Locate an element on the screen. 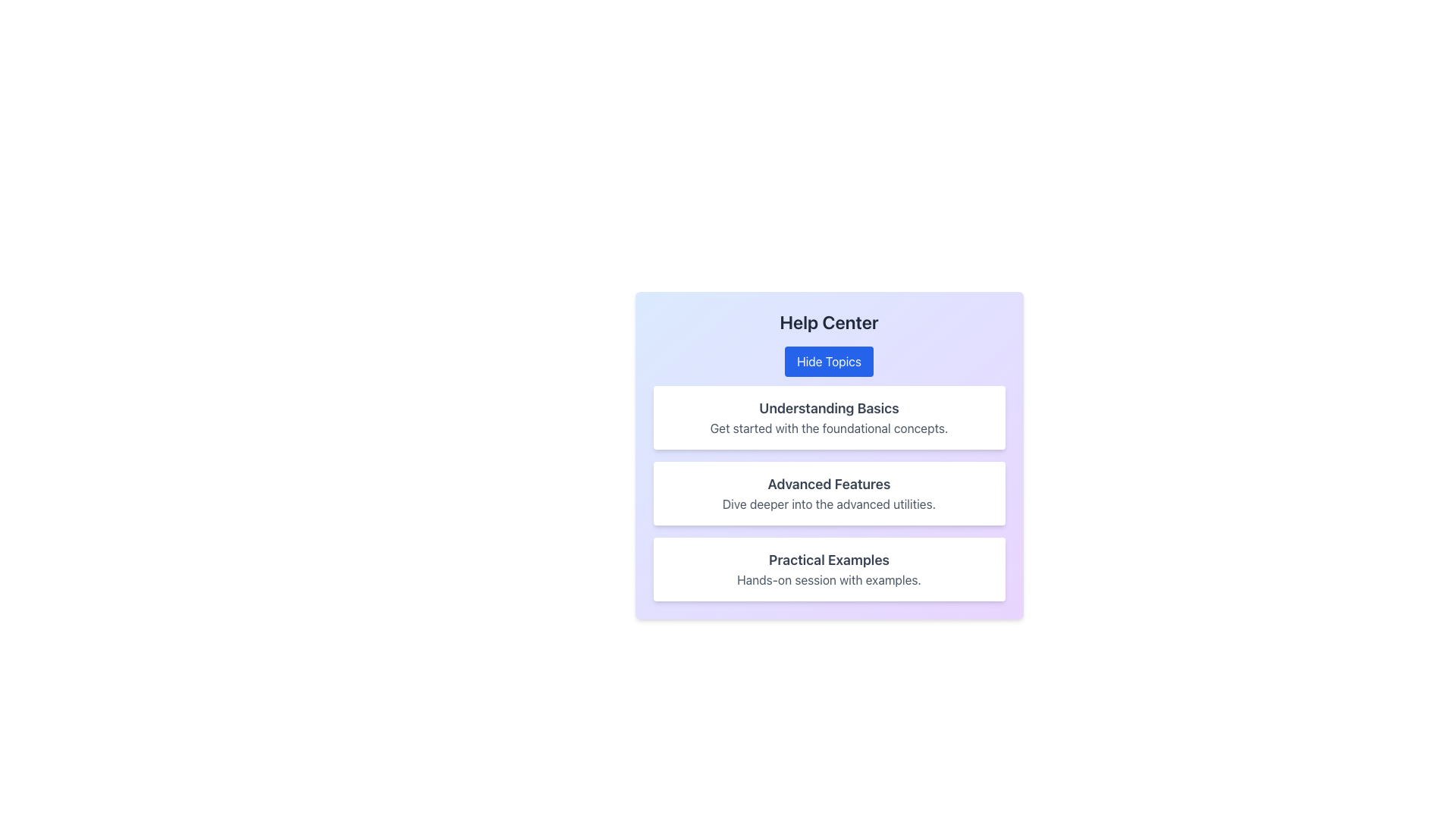 The width and height of the screenshot is (1456, 819). the descriptive Text Label that provides additional information about the 'Advanced Features' section, located in the middle section of a card below the 'Advanced Features' title is located at coordinates (828, 504).